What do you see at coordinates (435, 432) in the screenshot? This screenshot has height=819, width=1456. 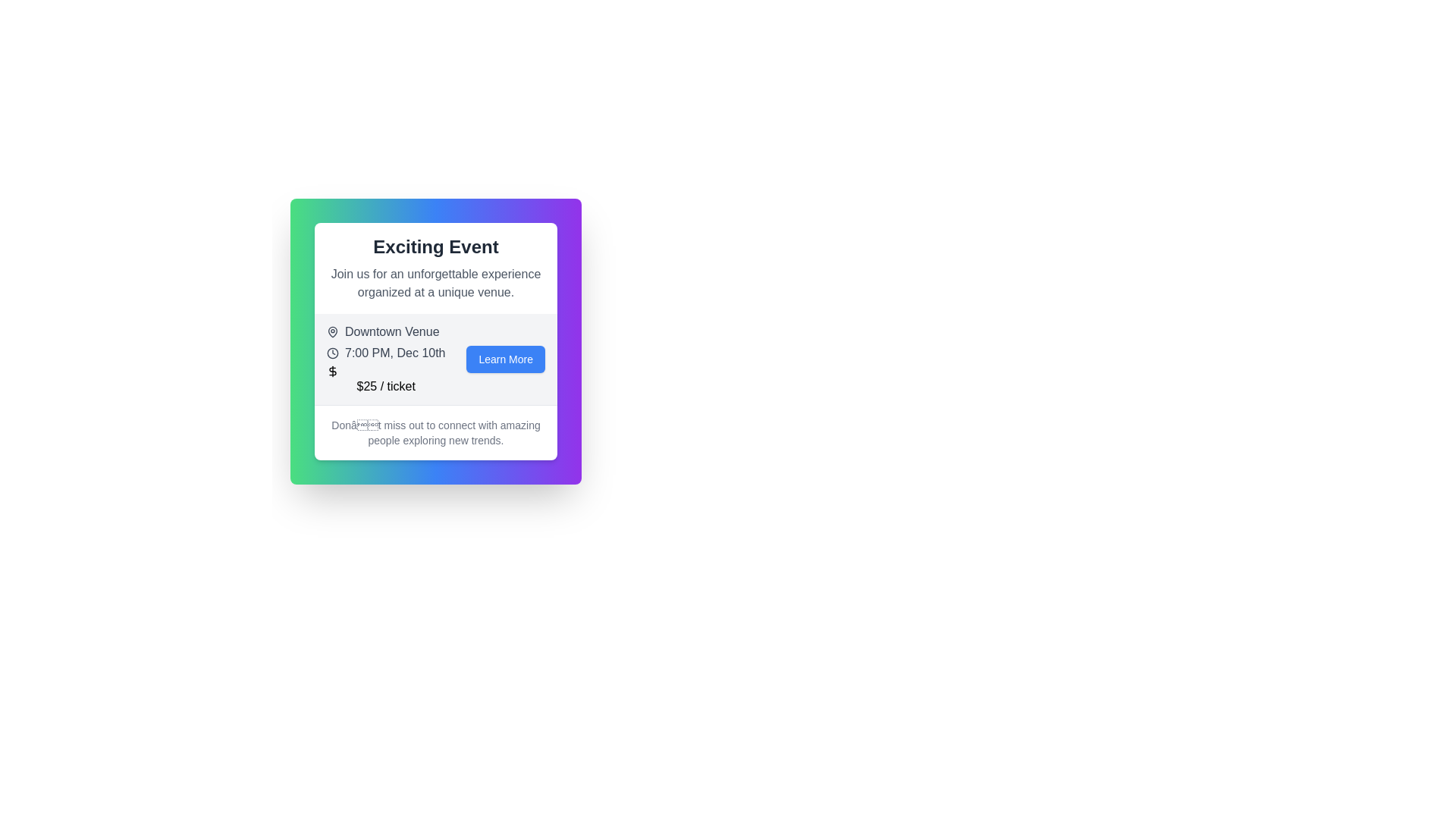 I see `the text block at the bottom of the card that says 'Don’t miss out to connect with amazing people exploring new trends.'` at bounding box center [435, 432].